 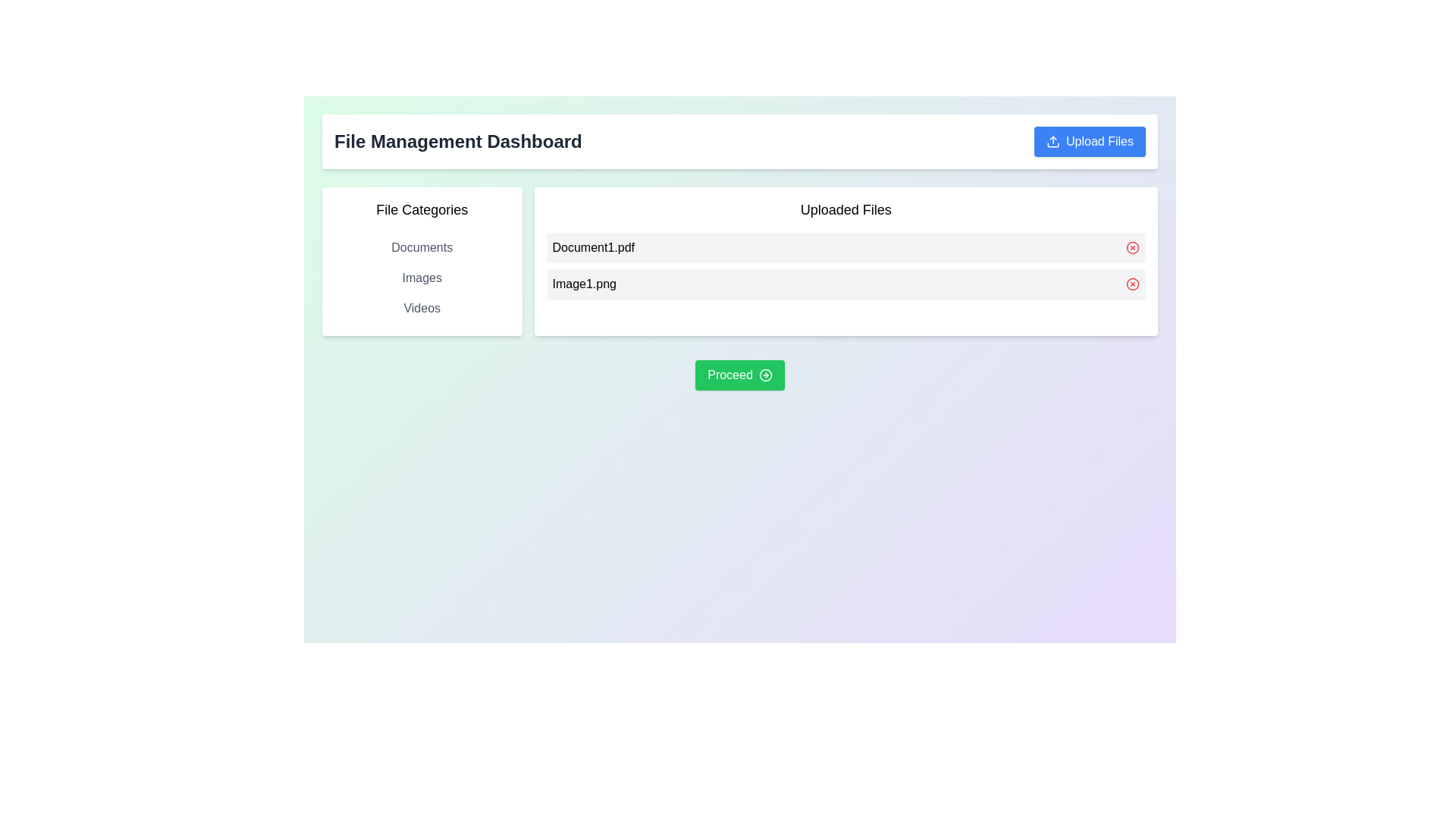 What do you see at coordinates (592, 247) in the screenshot?
I see `displayed text of the Text label showing the name of the uploaded document 'Document1.pdf' in the 'Uploaded Files' section of the file management dashboard` at bounding box center [592, 247].